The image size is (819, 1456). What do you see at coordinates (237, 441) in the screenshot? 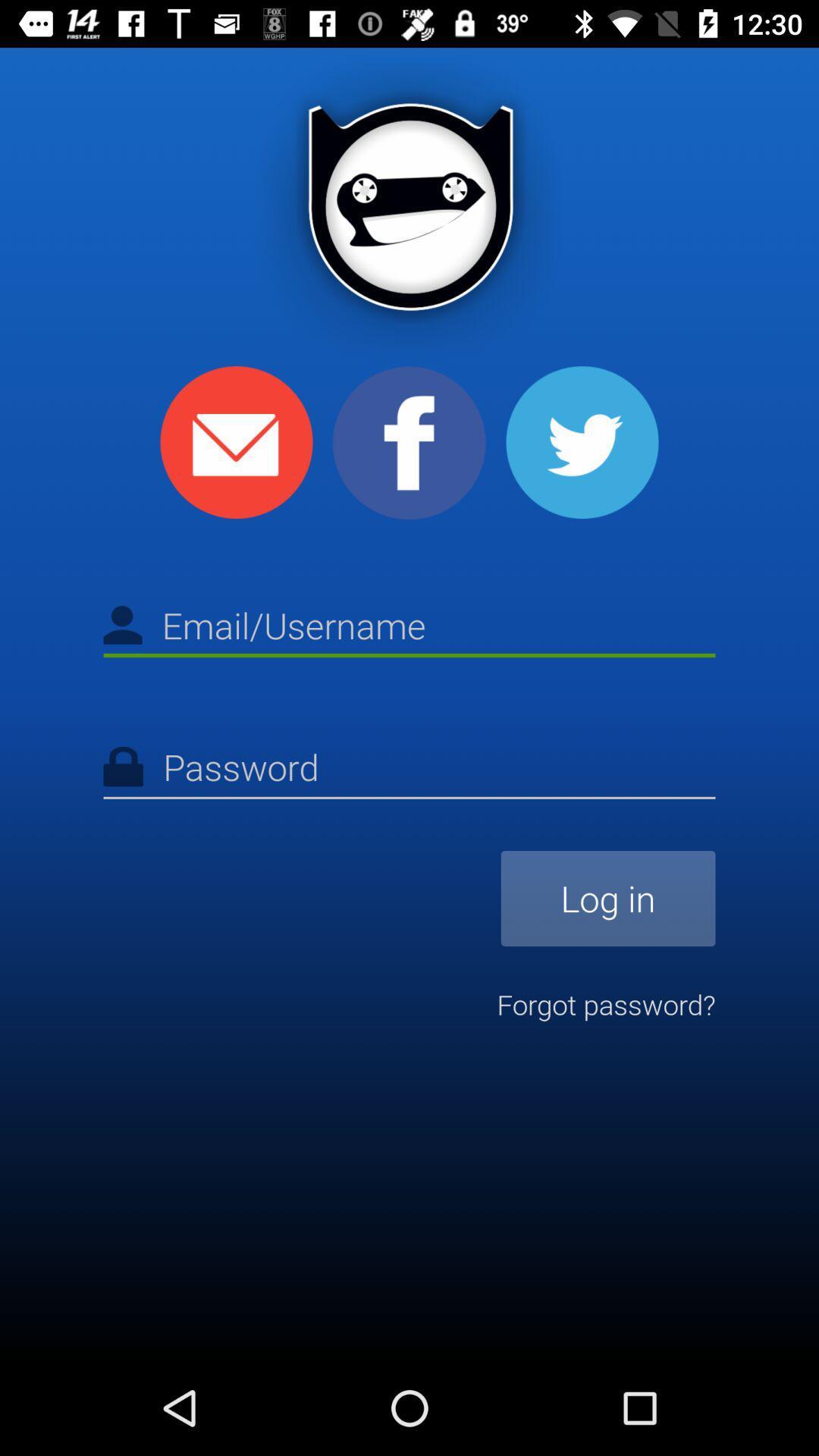
I see `login using email` at bounding box center [237, 441].